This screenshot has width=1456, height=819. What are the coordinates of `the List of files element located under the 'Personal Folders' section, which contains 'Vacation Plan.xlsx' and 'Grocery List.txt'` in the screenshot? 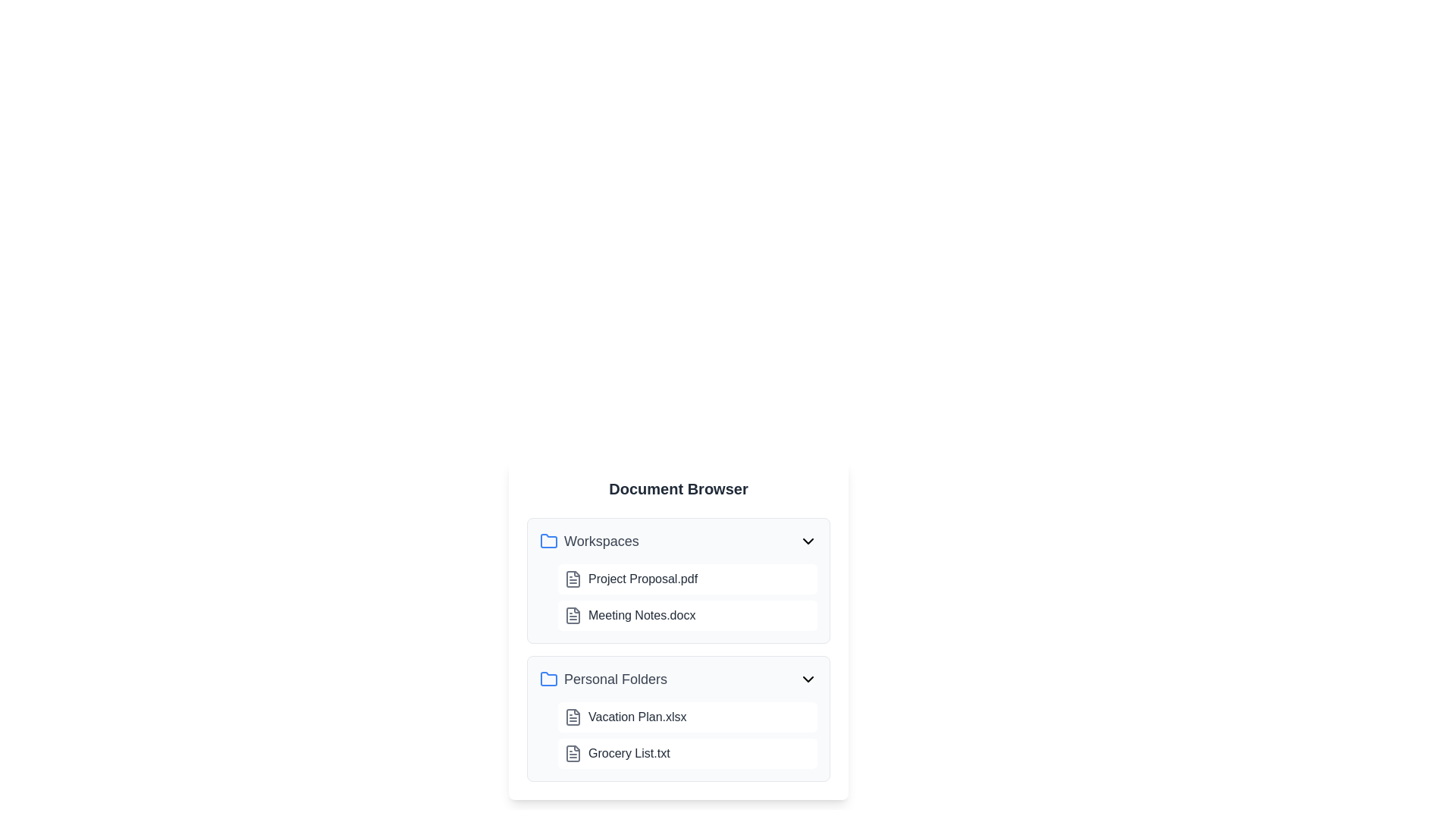 It's located at (677, 734).